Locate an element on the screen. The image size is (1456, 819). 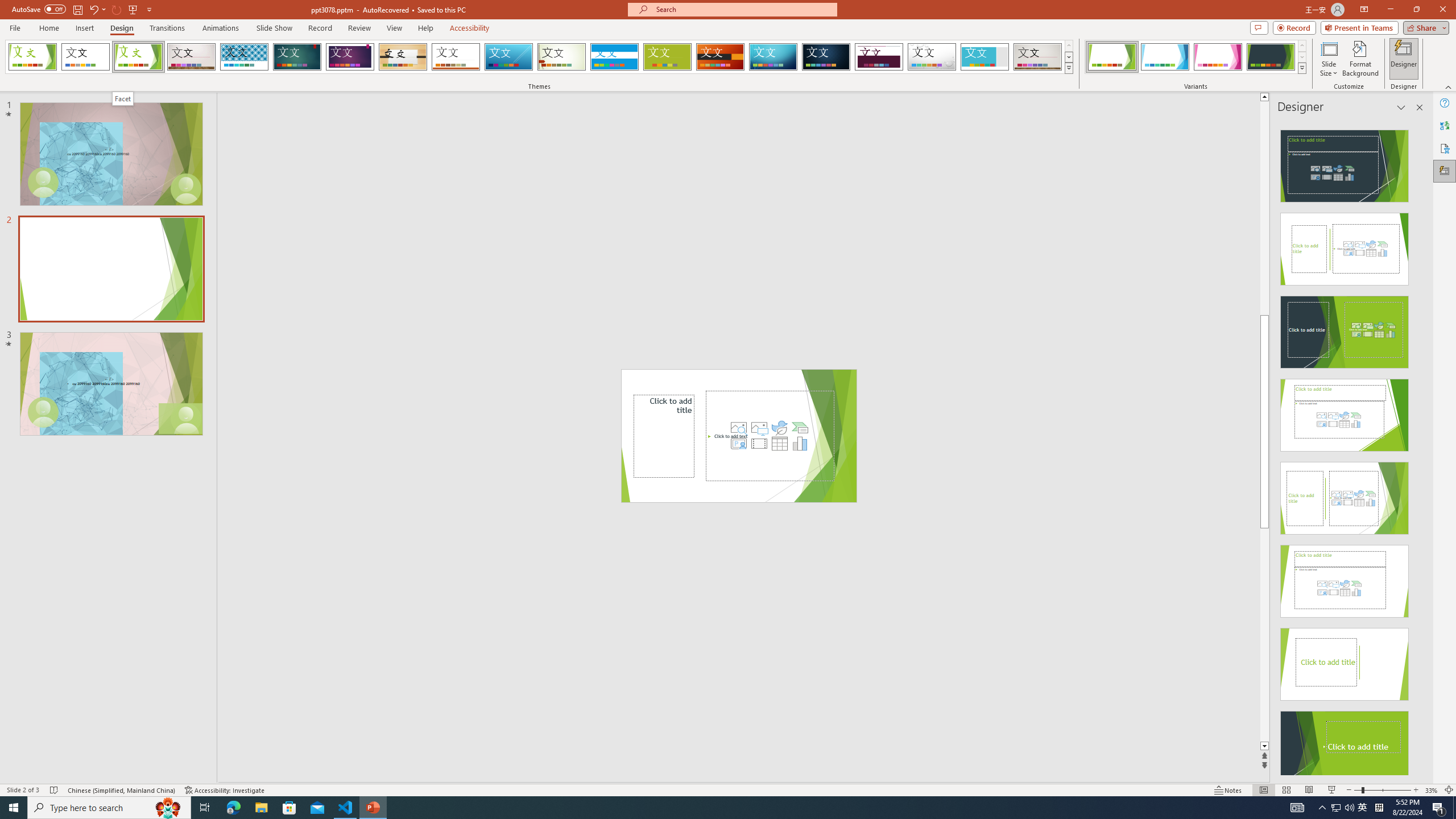
'Facet' is located at coordinates (123, 98).